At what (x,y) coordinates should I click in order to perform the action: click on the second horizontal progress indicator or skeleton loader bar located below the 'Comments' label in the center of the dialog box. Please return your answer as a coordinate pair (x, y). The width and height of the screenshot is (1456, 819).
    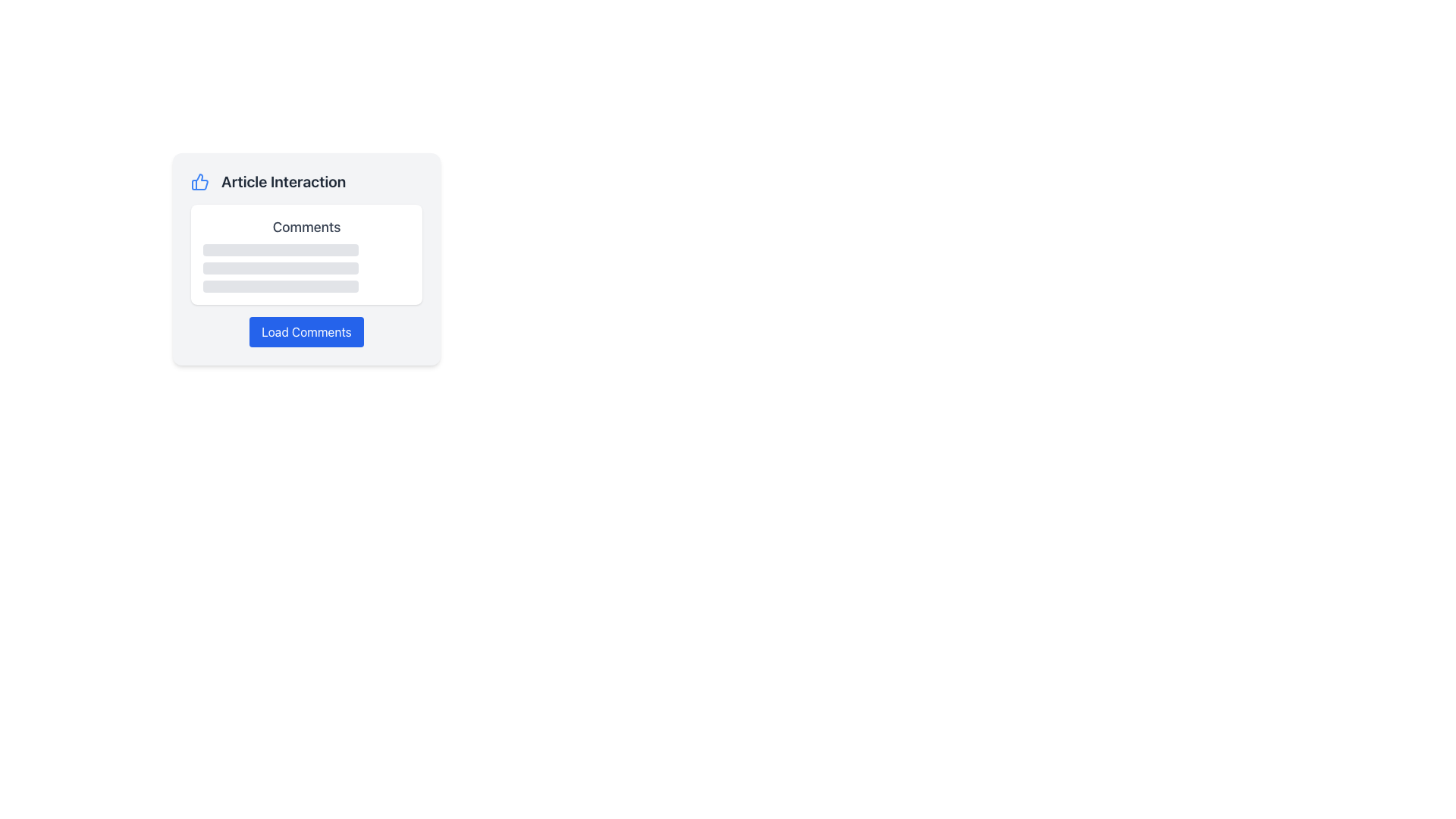
    Looking at the image, I should click on (281, 268).